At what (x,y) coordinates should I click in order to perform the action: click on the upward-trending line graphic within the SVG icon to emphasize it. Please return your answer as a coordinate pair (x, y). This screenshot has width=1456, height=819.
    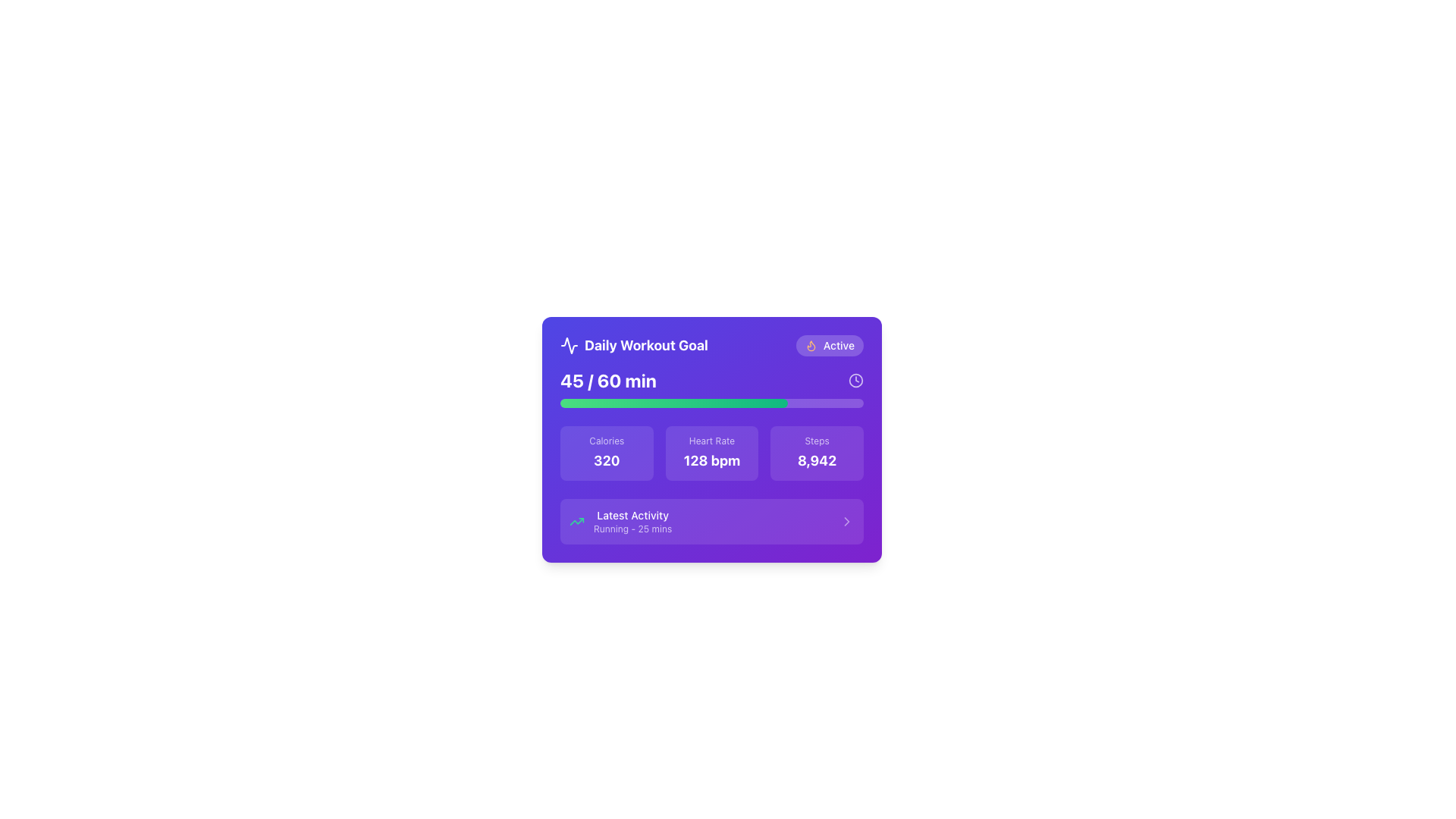
    Looking at the image, I should click on (576, 520).